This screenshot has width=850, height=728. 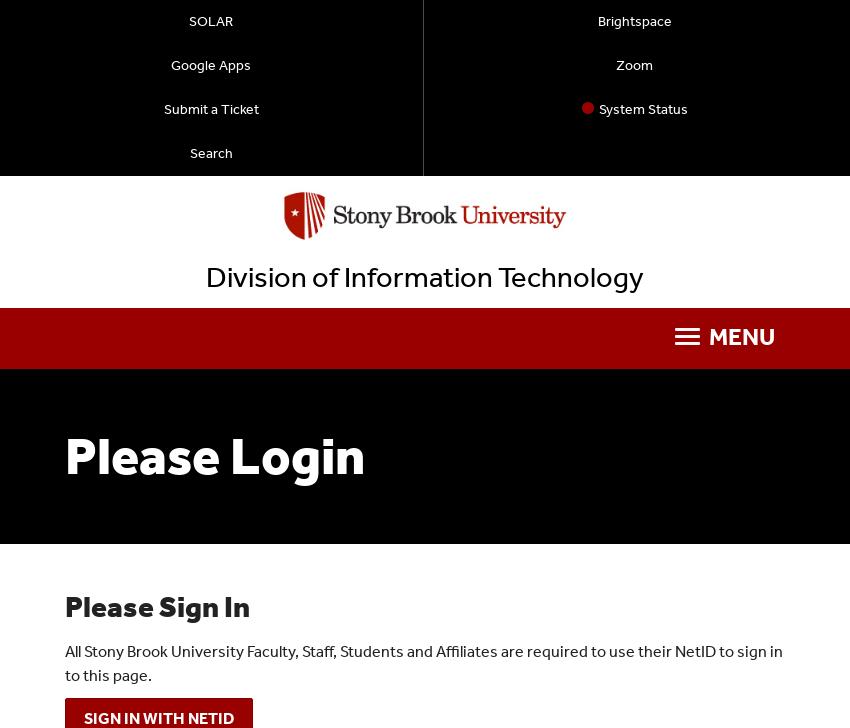 What do you see at coordinates (65, 455) in the screenshot?
I see `'Please Login'` at bounding box center [65, 455].